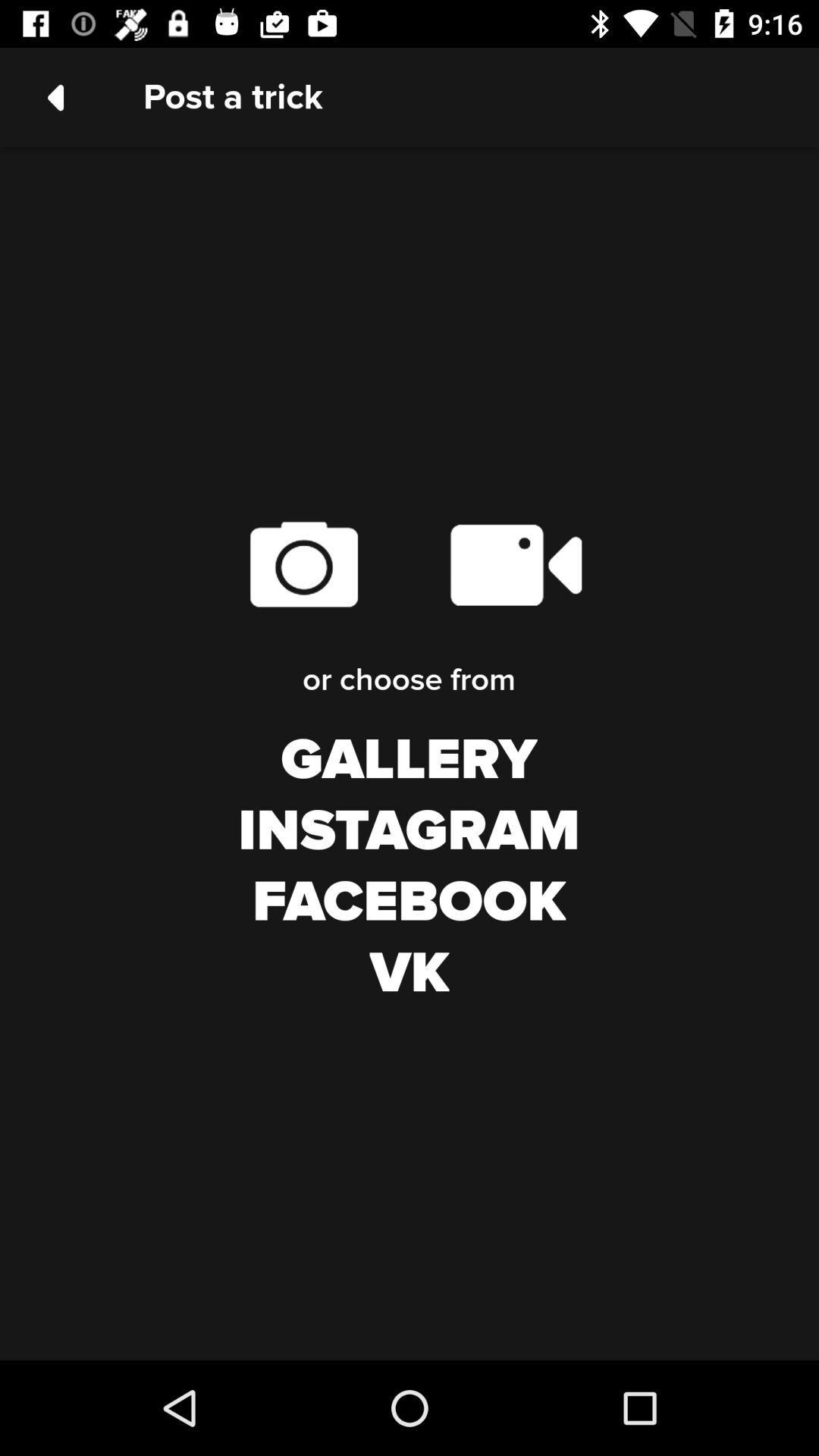  Describe the element at coordinates (408, 902) in the screenshot. I see `item below the instagram` at that location.